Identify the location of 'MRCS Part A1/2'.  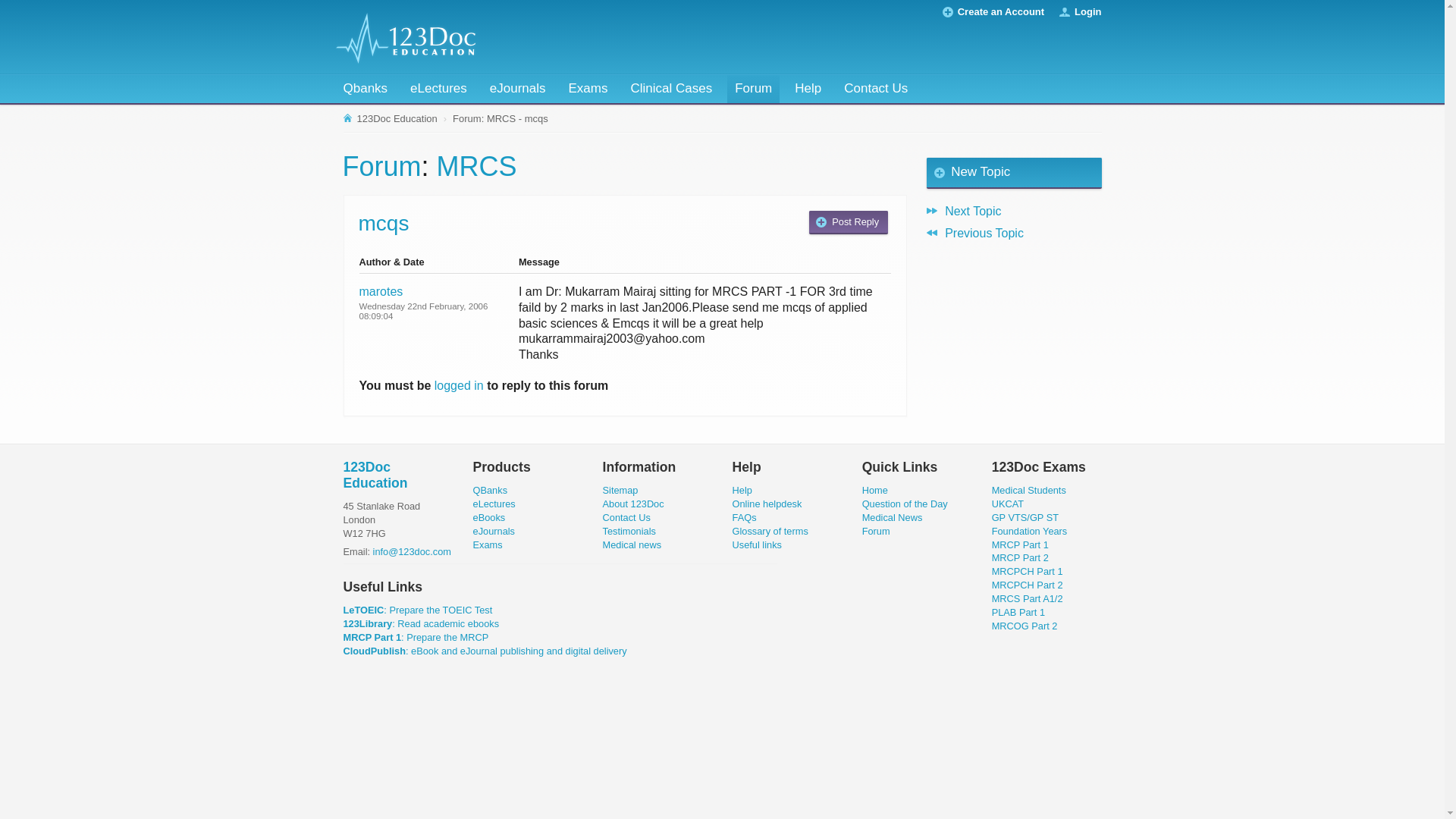
(1027, 598).